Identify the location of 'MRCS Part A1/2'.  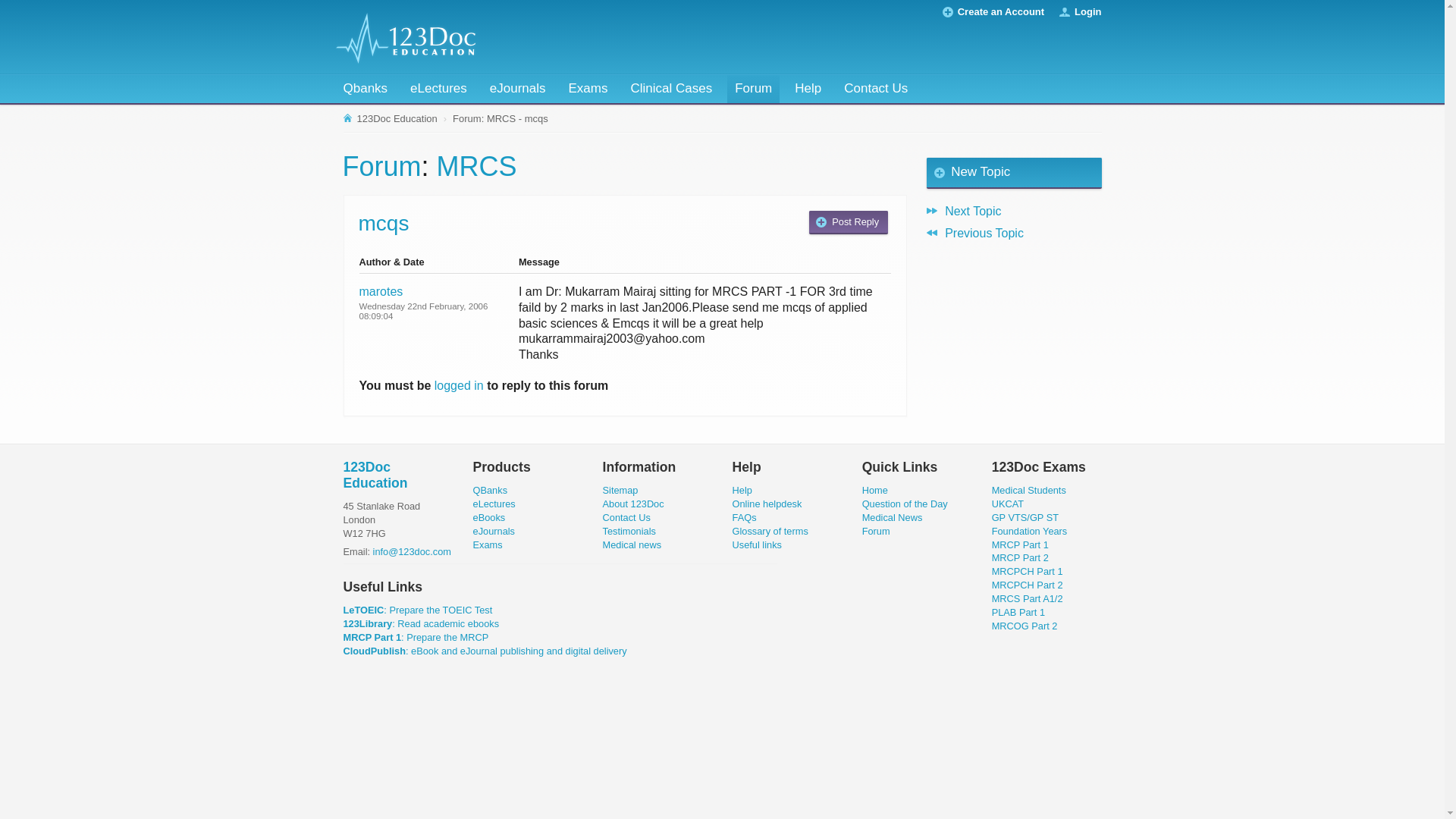
(1027, 598).